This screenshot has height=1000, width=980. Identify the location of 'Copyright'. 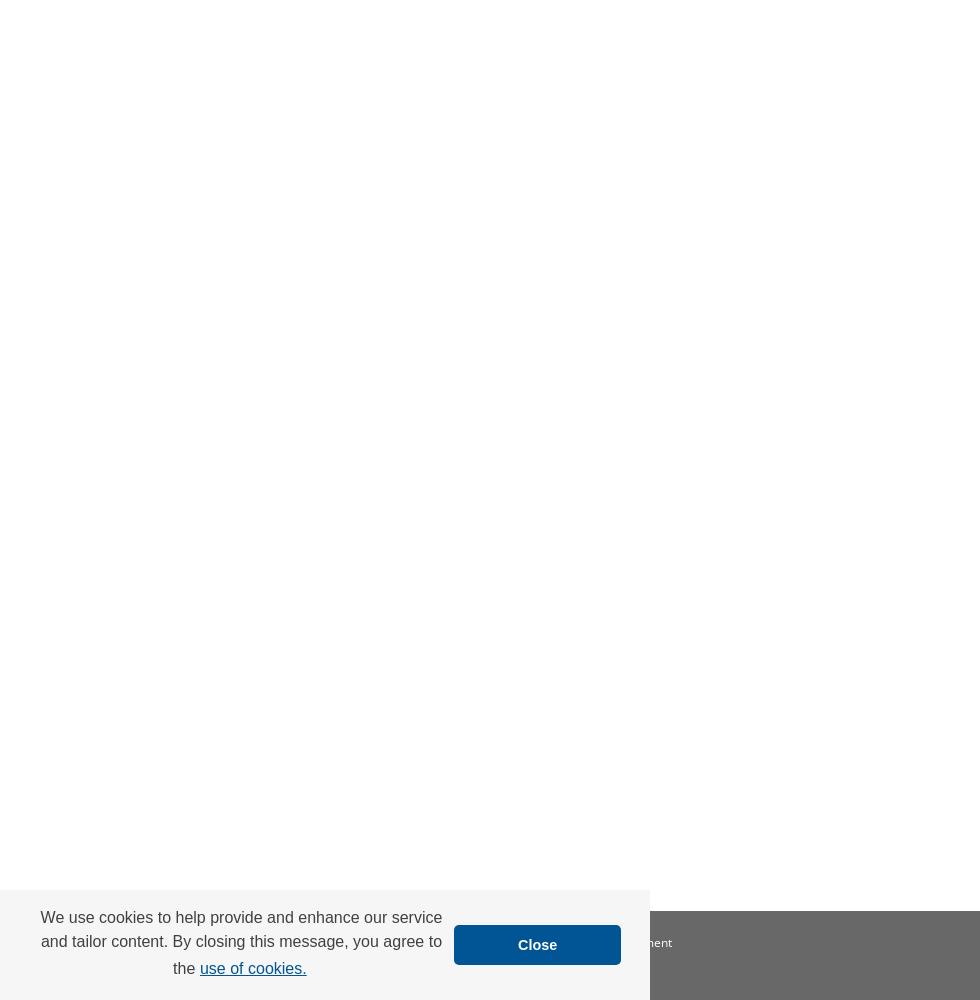
(347, 966).